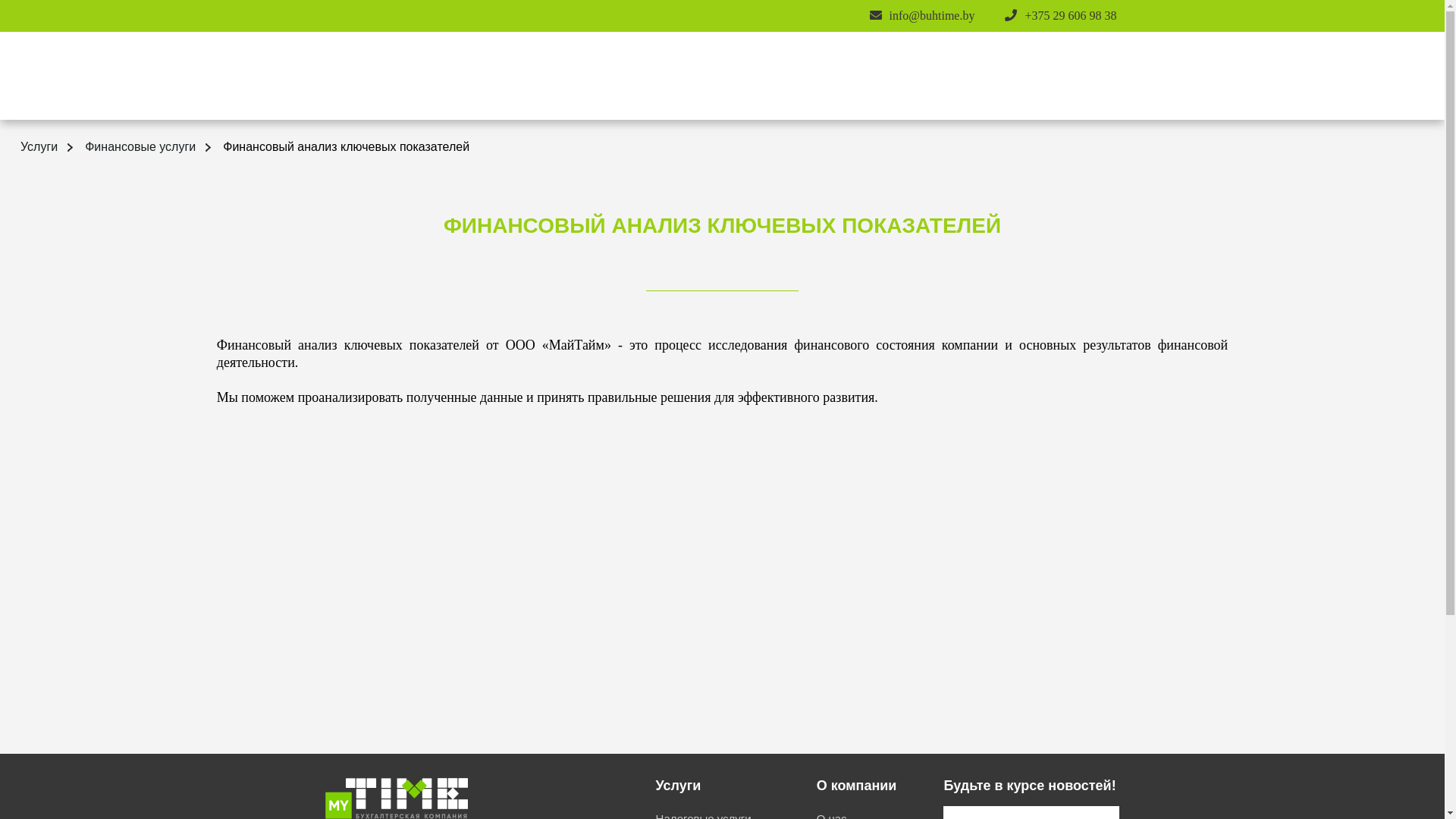  Describe the element at coordinates (1024, 15) in the screenshot. I see `'+375 29 606 98 38'` at that location.